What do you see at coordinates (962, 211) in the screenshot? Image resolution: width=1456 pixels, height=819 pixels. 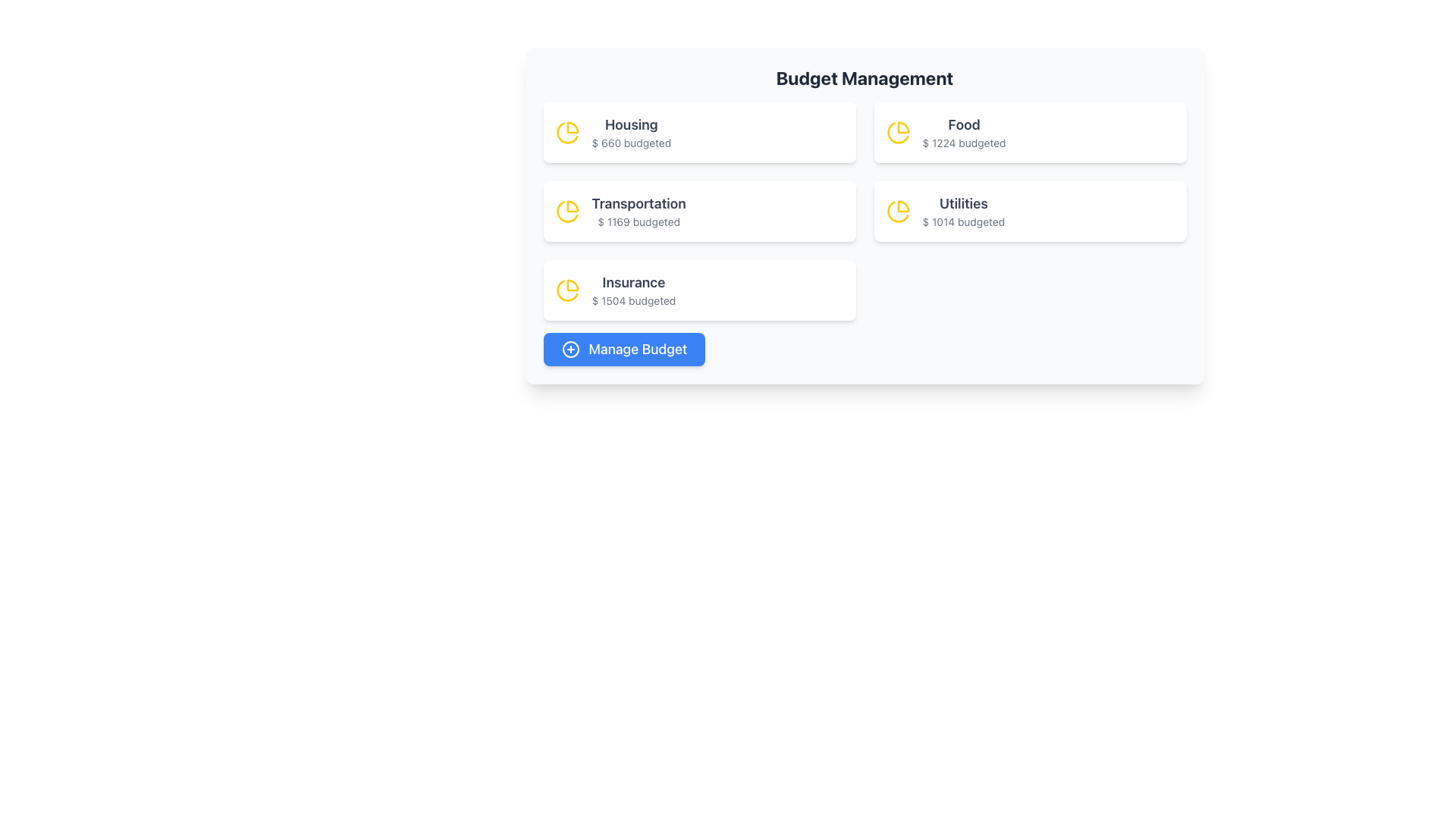 I see `text content displayed in the 'Utilities' budget allocation card, which shows the category title and associated amount` at bounding box center [962, 211].